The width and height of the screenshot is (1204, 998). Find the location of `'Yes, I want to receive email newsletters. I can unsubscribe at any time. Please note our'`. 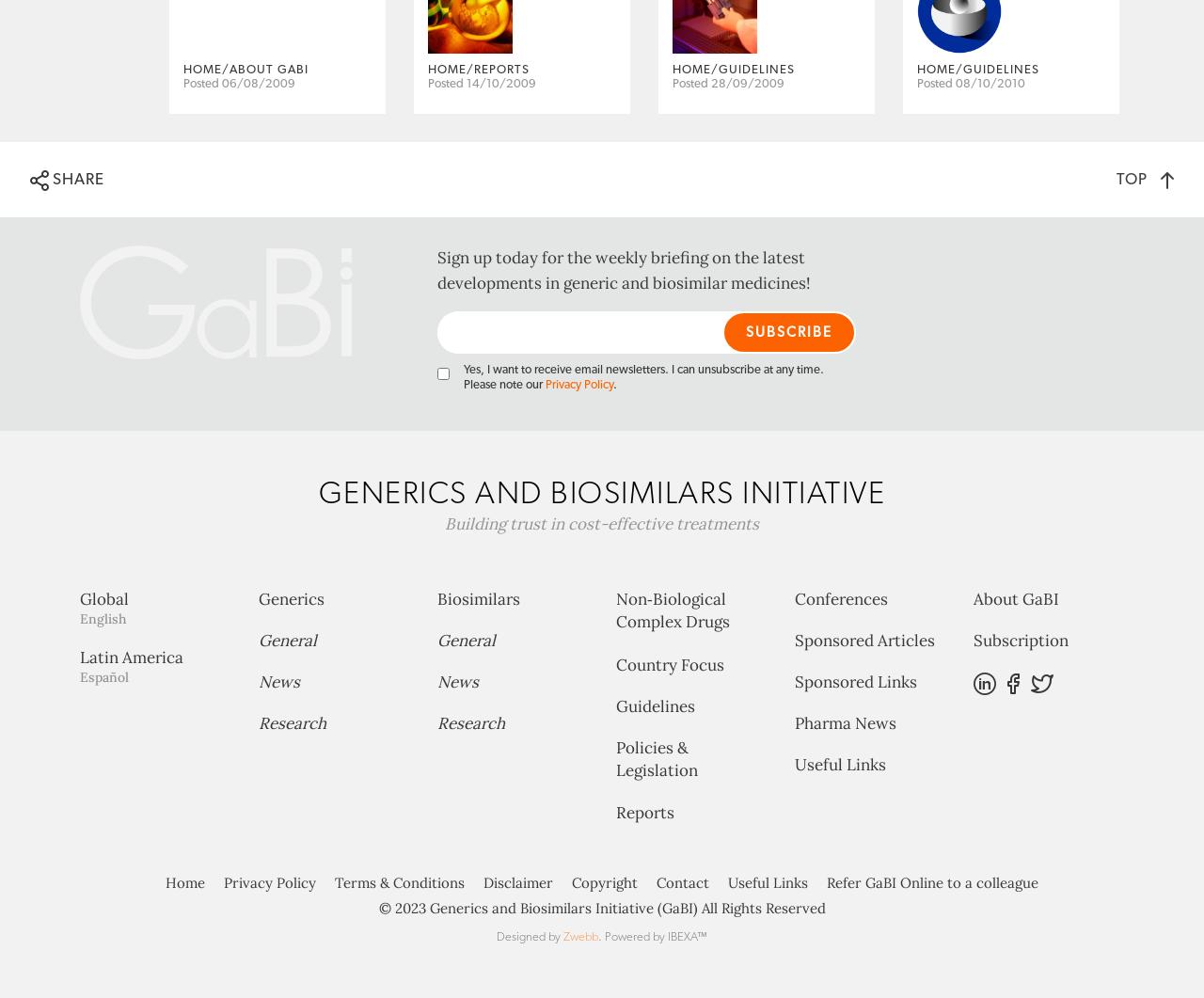

'Yes, I want to receive email newsletters. I can unsubscribe at any time. Please note our' is located at coordinates (643, 451).